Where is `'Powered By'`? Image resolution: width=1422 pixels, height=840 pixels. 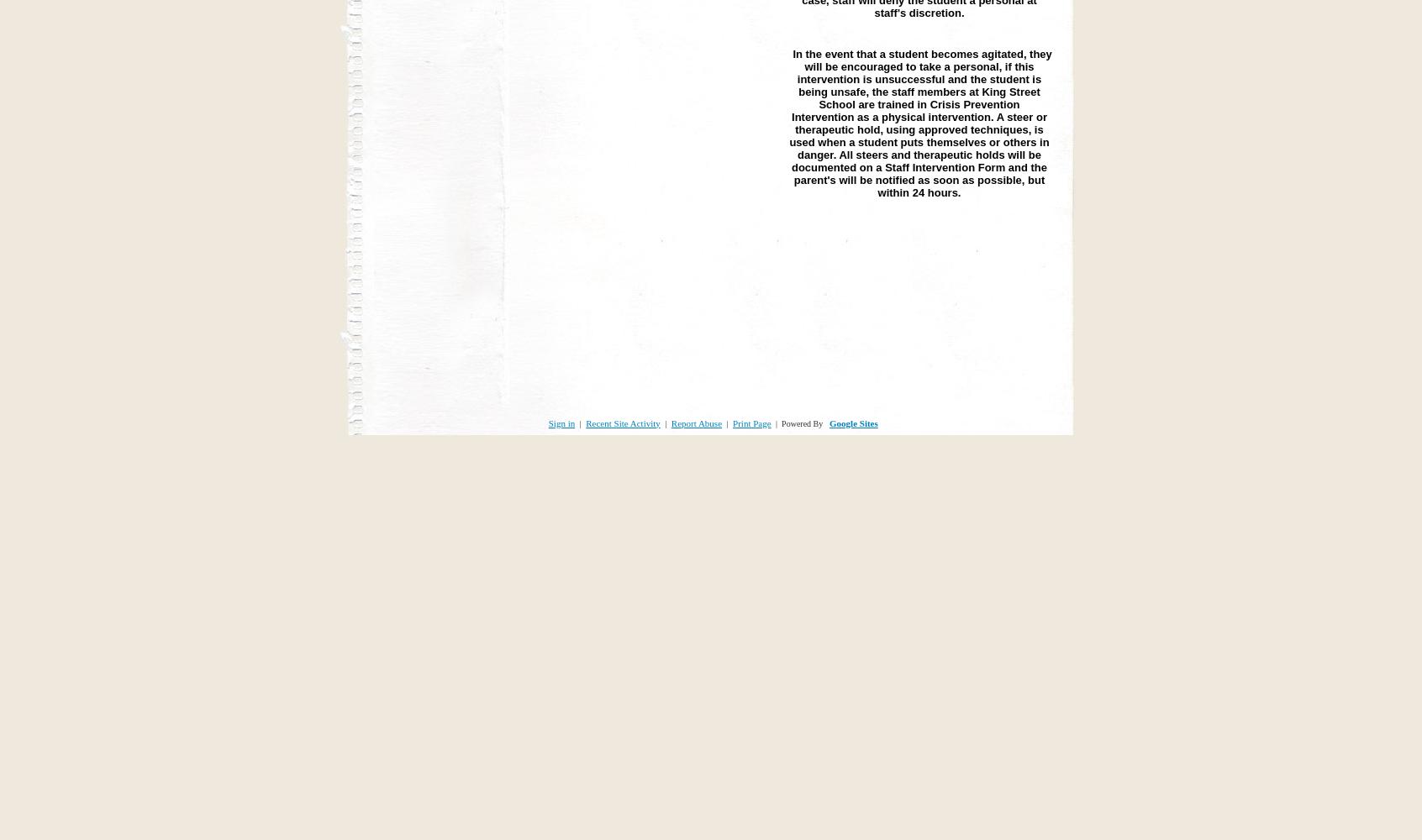 'Powered By' is located at coordinates (802, 423).